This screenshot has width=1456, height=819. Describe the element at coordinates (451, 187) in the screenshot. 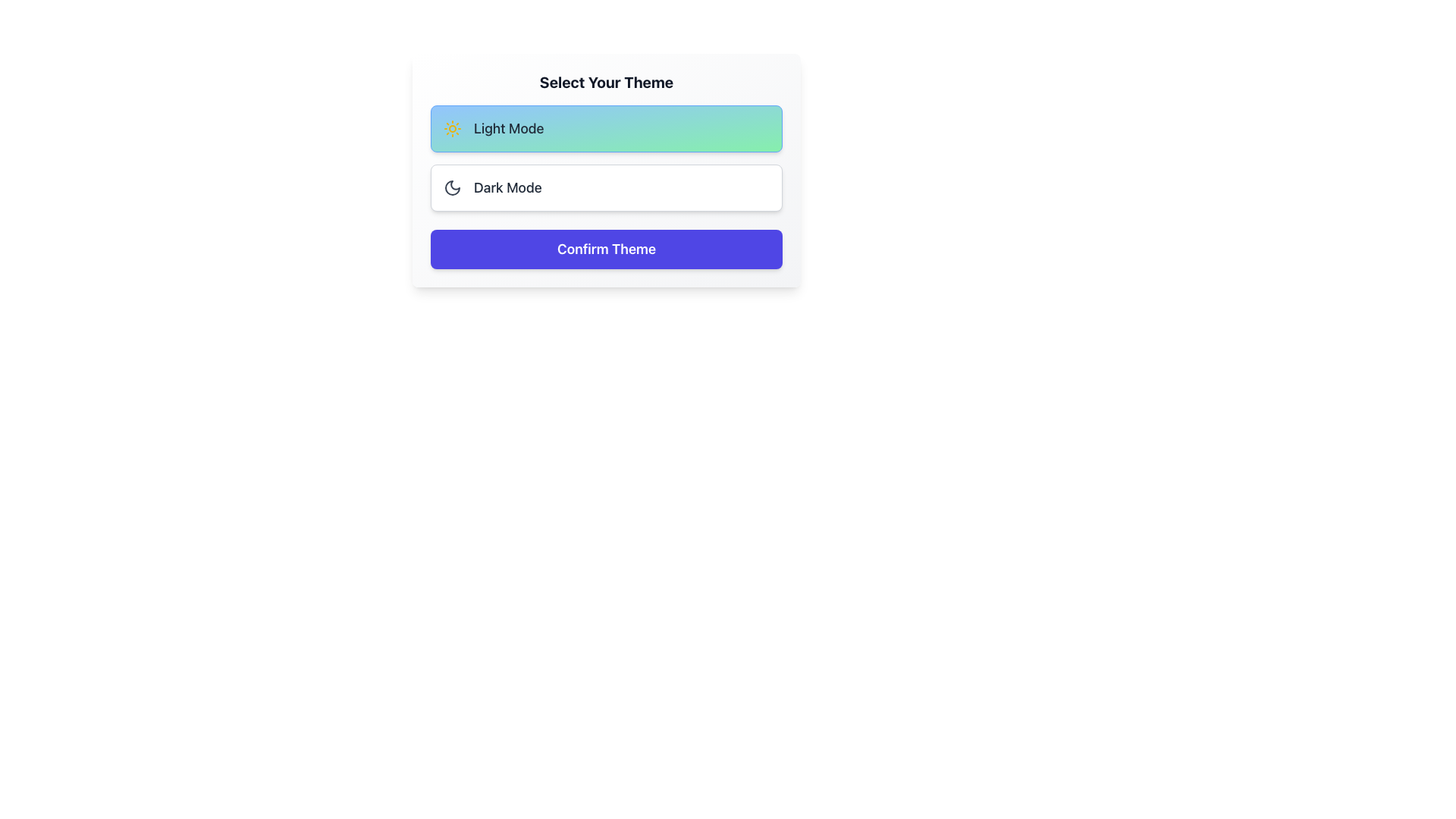

I see `circular dark icon resembling a crescent moon, which is the leftmost icon inside the 'Dark Mode' button group` at that location.